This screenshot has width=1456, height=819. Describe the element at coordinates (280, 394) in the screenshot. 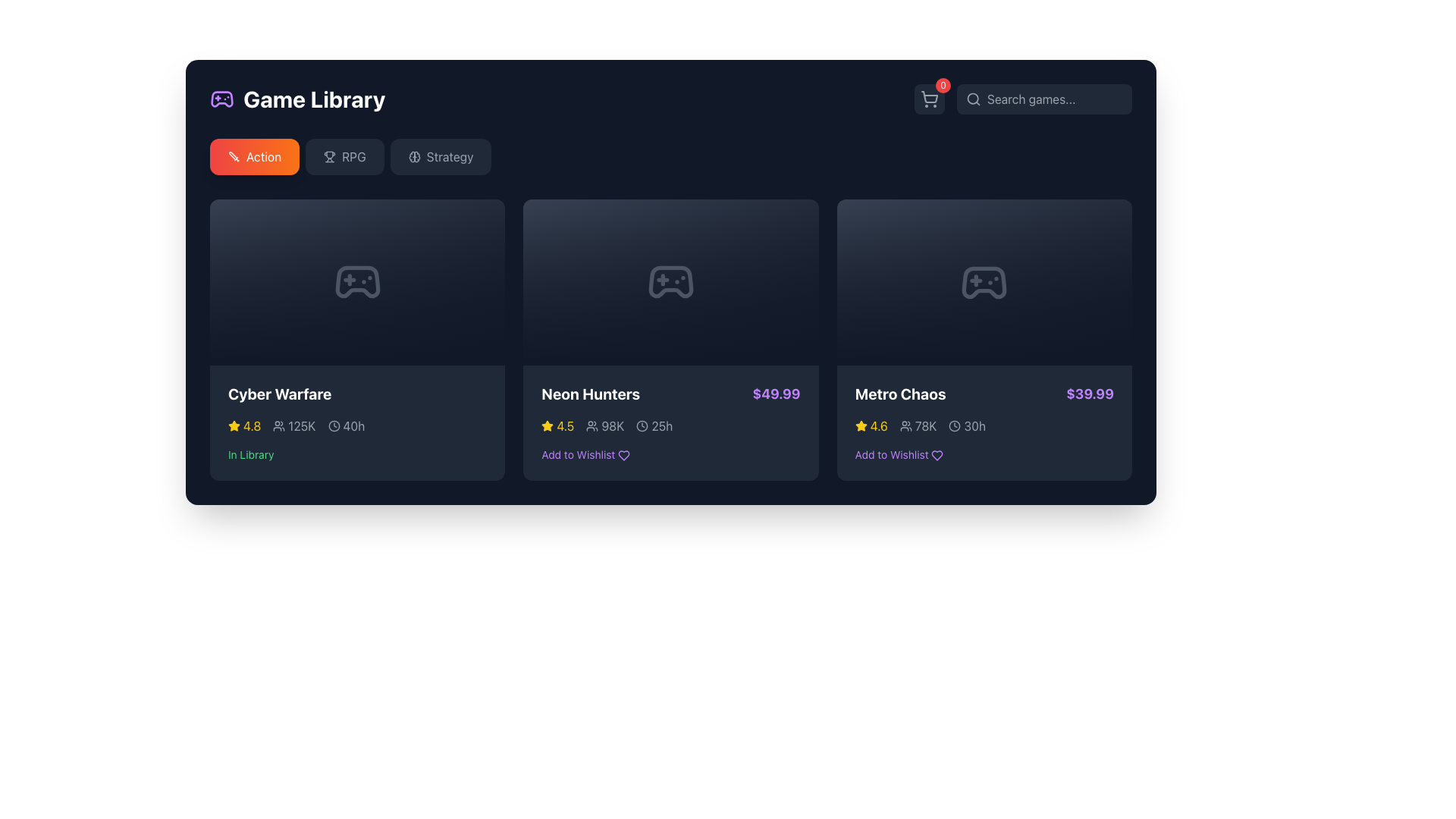

I see `the bold, white-colored text label displaying 'Cyber Warfare' at the top left corner of the first card in the game library interface` at that location.